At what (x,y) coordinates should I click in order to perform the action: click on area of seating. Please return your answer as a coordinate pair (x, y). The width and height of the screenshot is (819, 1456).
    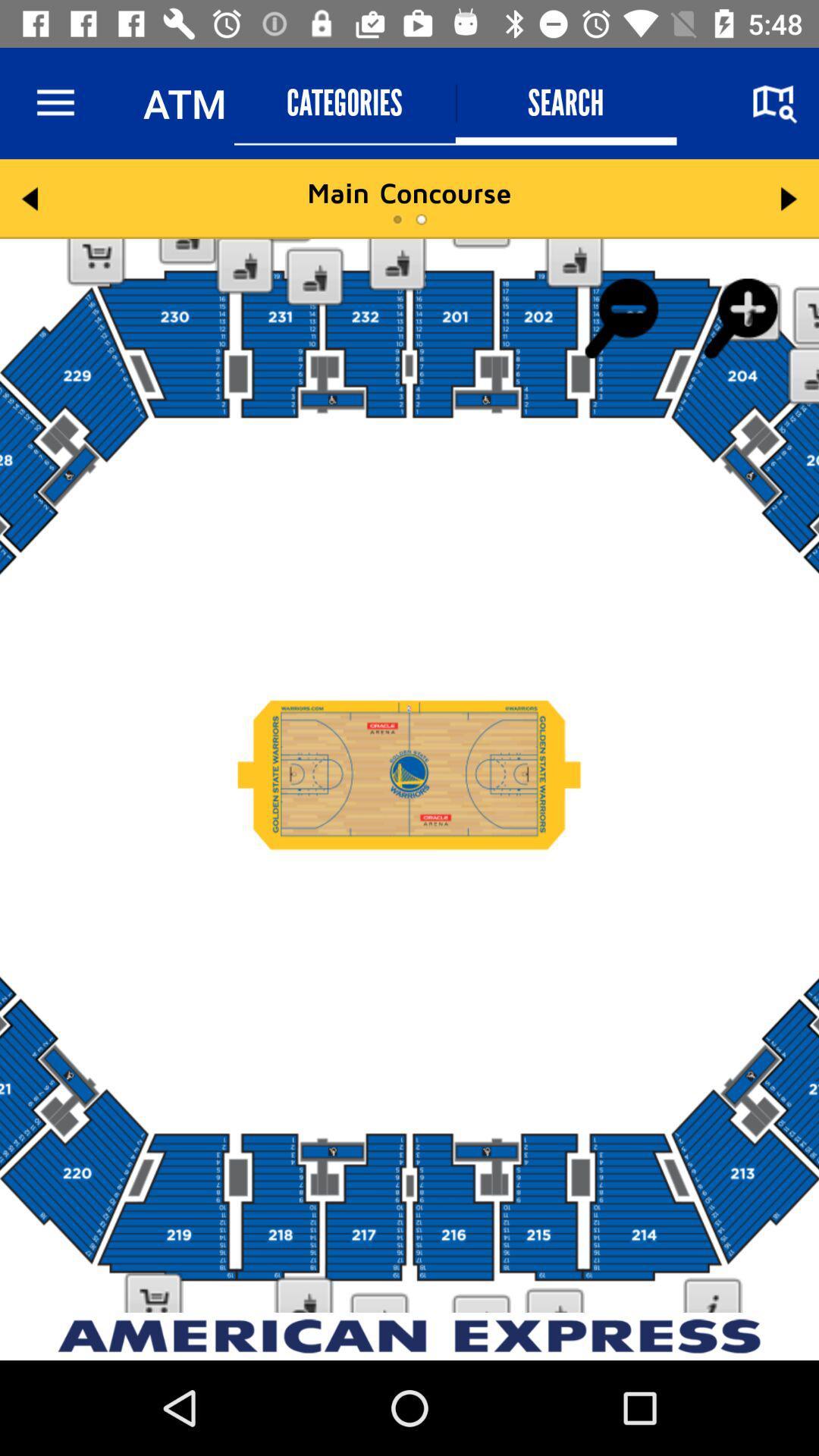
    Looking at the image, I should click on (409, 775).